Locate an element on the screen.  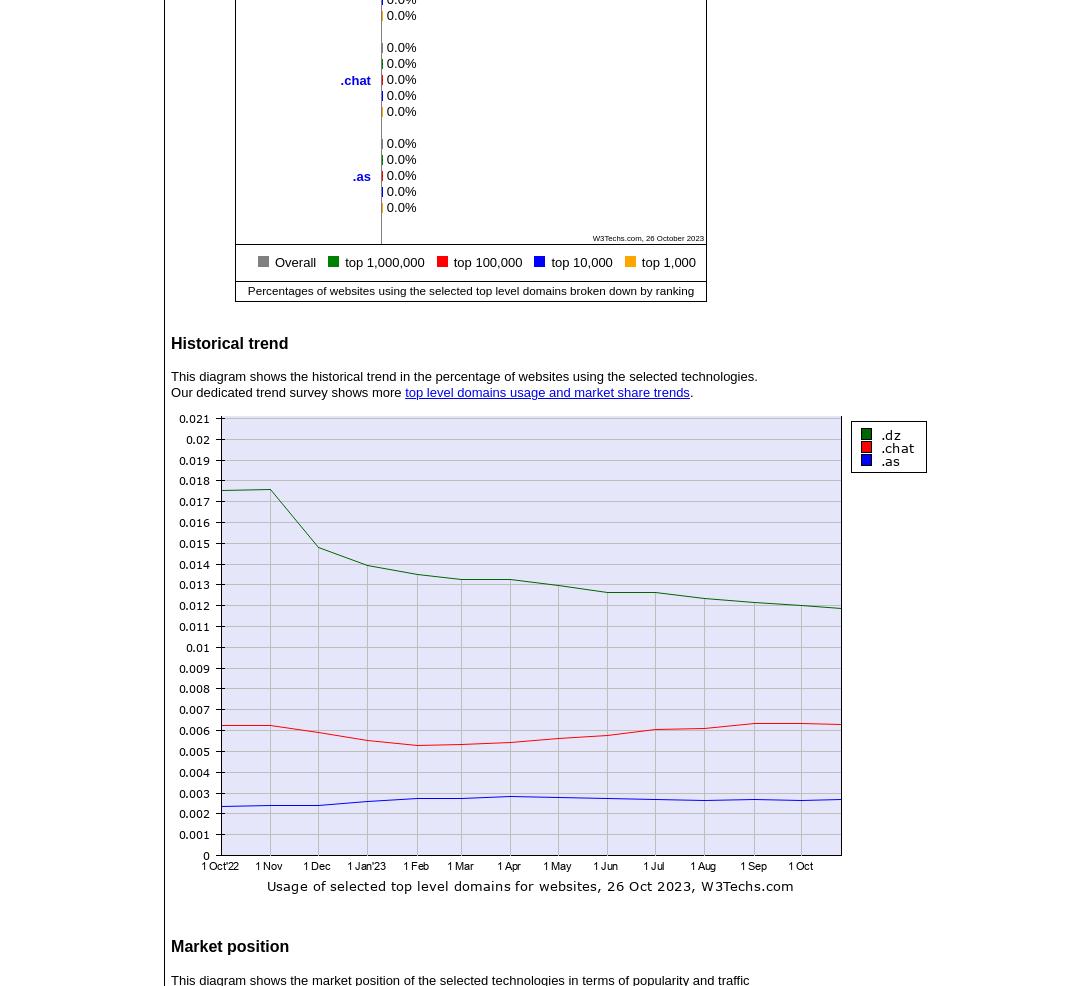
'W3Techs.com, 26 October 2023' is located at coordinates (646, 237).